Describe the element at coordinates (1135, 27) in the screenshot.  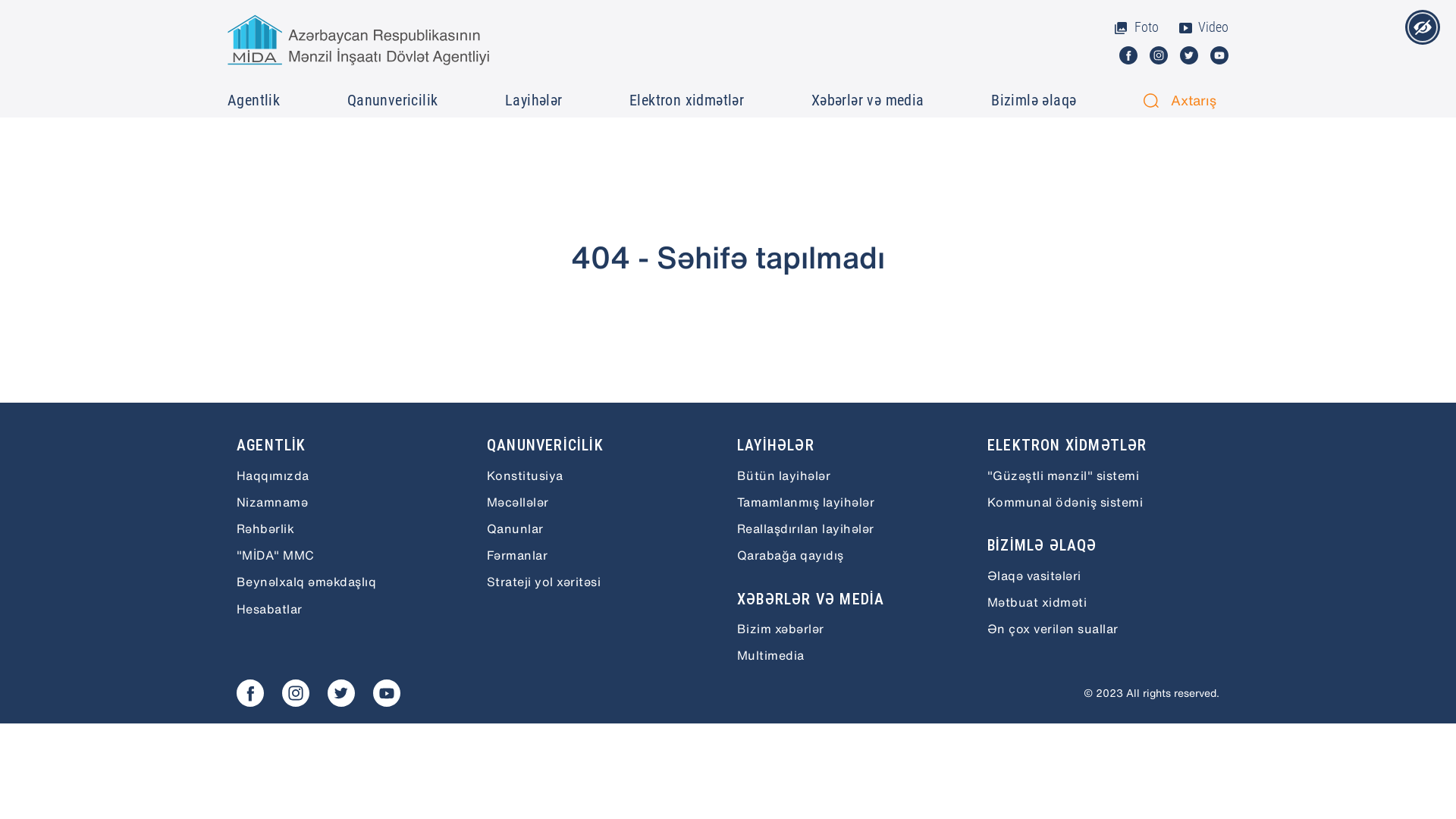
I see `'Foto'` at that location.